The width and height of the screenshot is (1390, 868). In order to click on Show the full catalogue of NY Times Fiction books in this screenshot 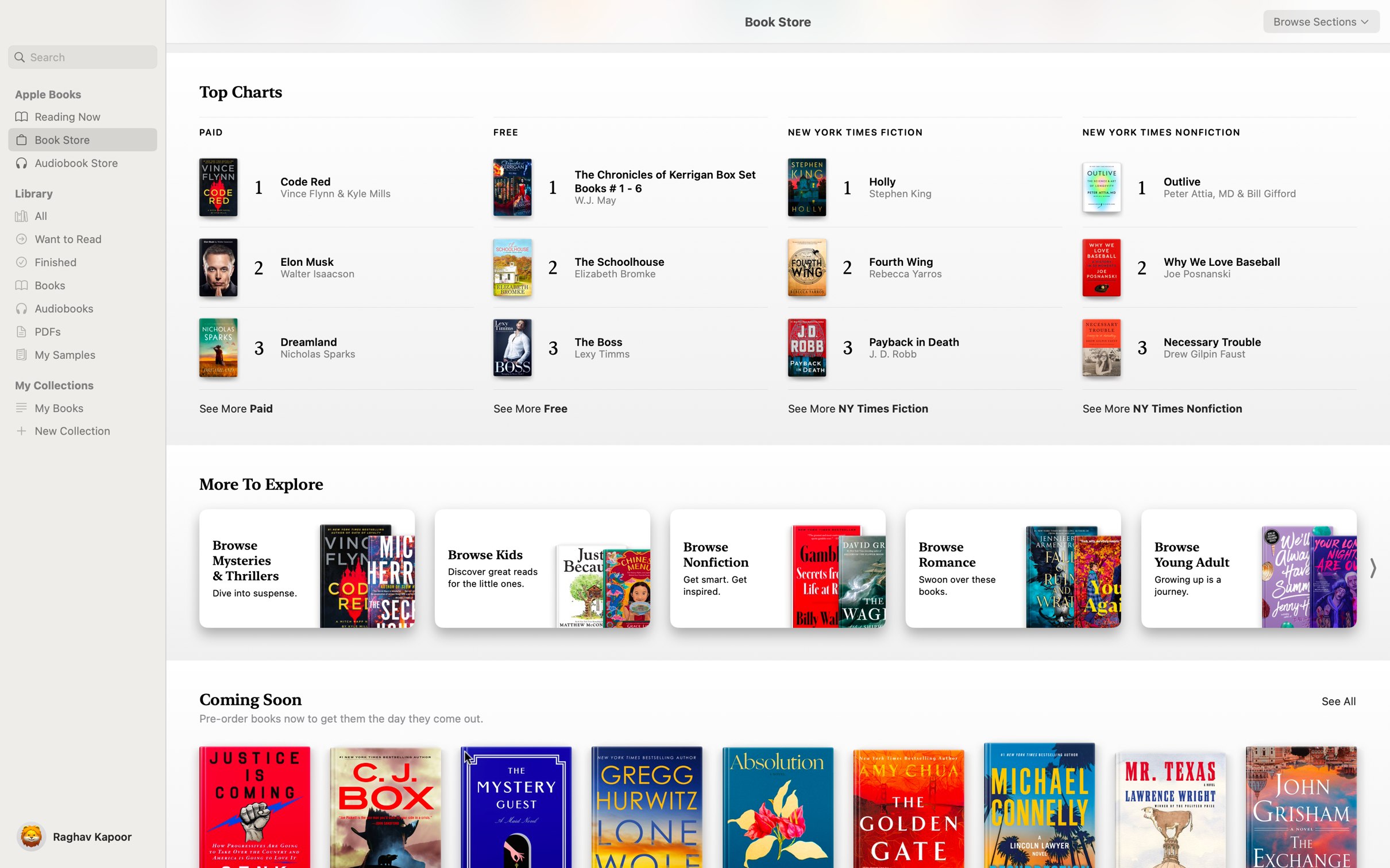, I will do `click(858, 406)`.